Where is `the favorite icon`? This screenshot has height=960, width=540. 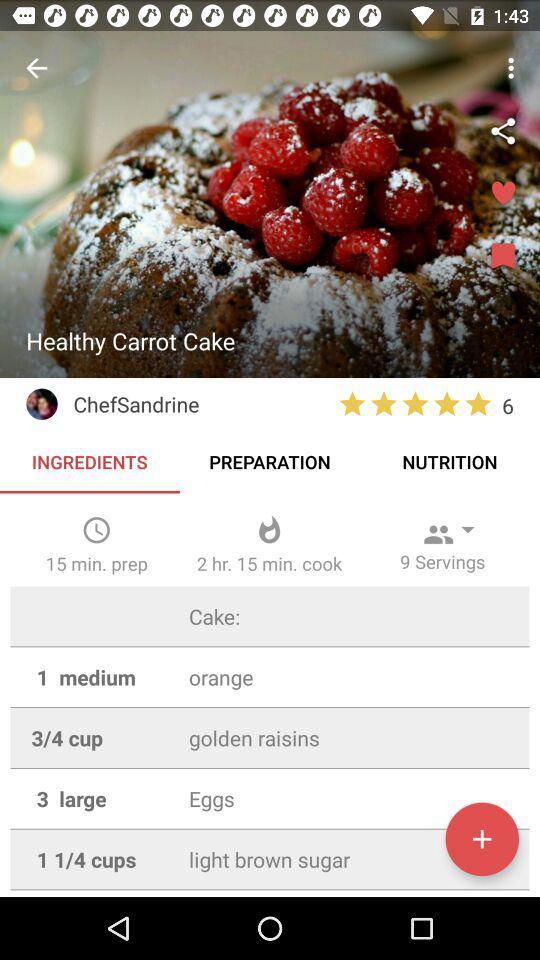 the favorite icon is located at coordinates (502, 194).